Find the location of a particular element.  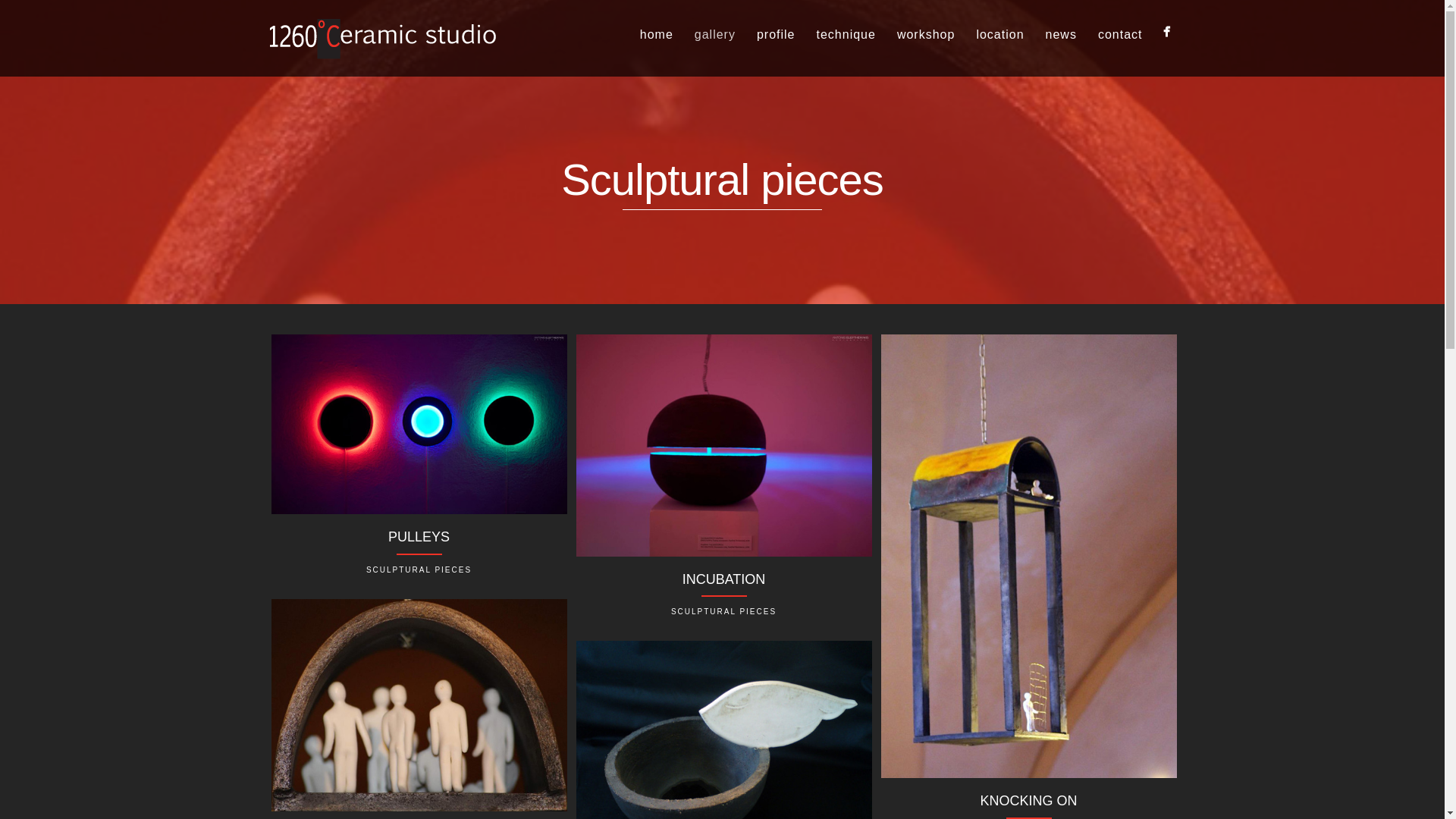

'location' is located at coordinates (999, 34).